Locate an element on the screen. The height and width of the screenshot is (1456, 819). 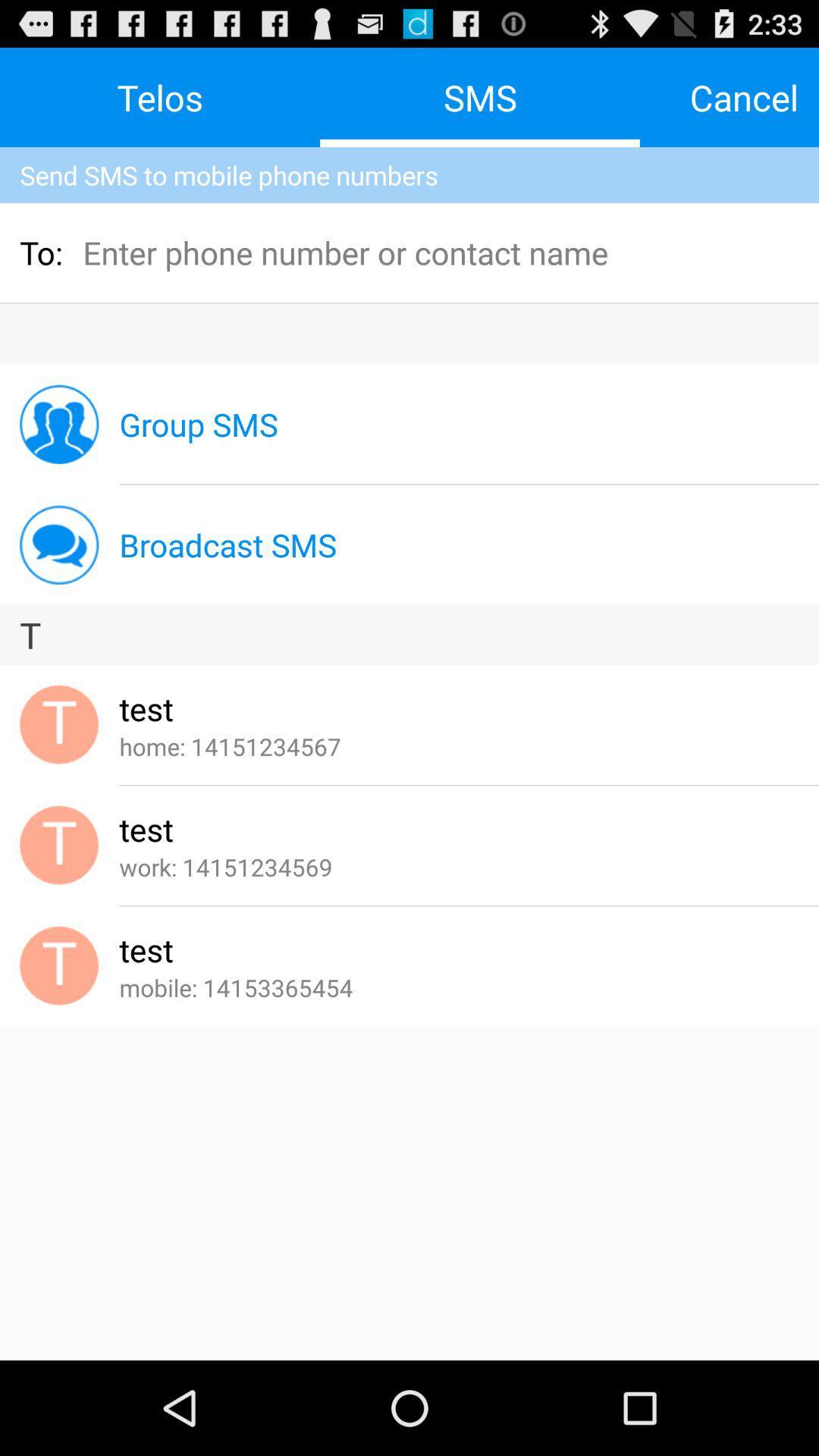
app next to the to: app is located at coordinates (184, 252).